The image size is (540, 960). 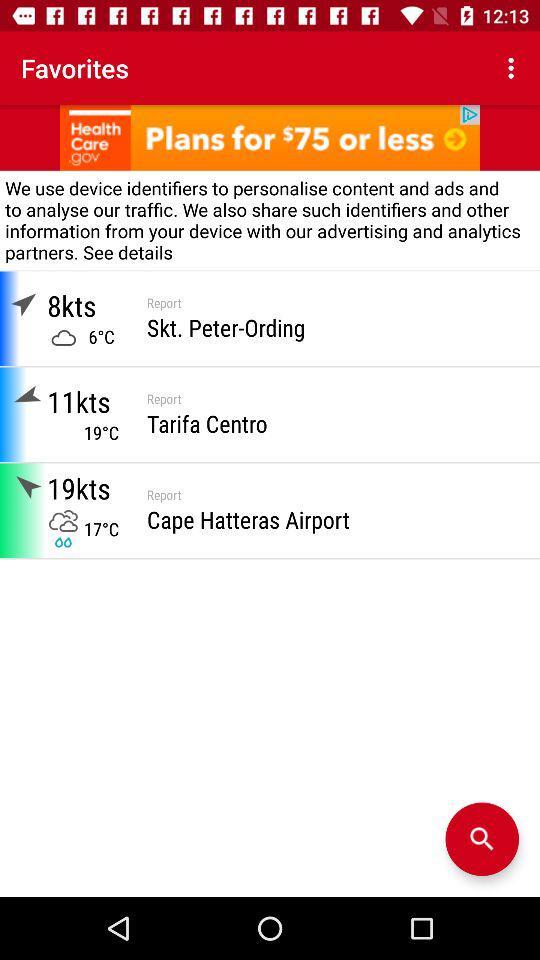 What do you see at coordinates (481, 839) in the screenshot?
I see `the search icon` at bounding box center [481, 839].